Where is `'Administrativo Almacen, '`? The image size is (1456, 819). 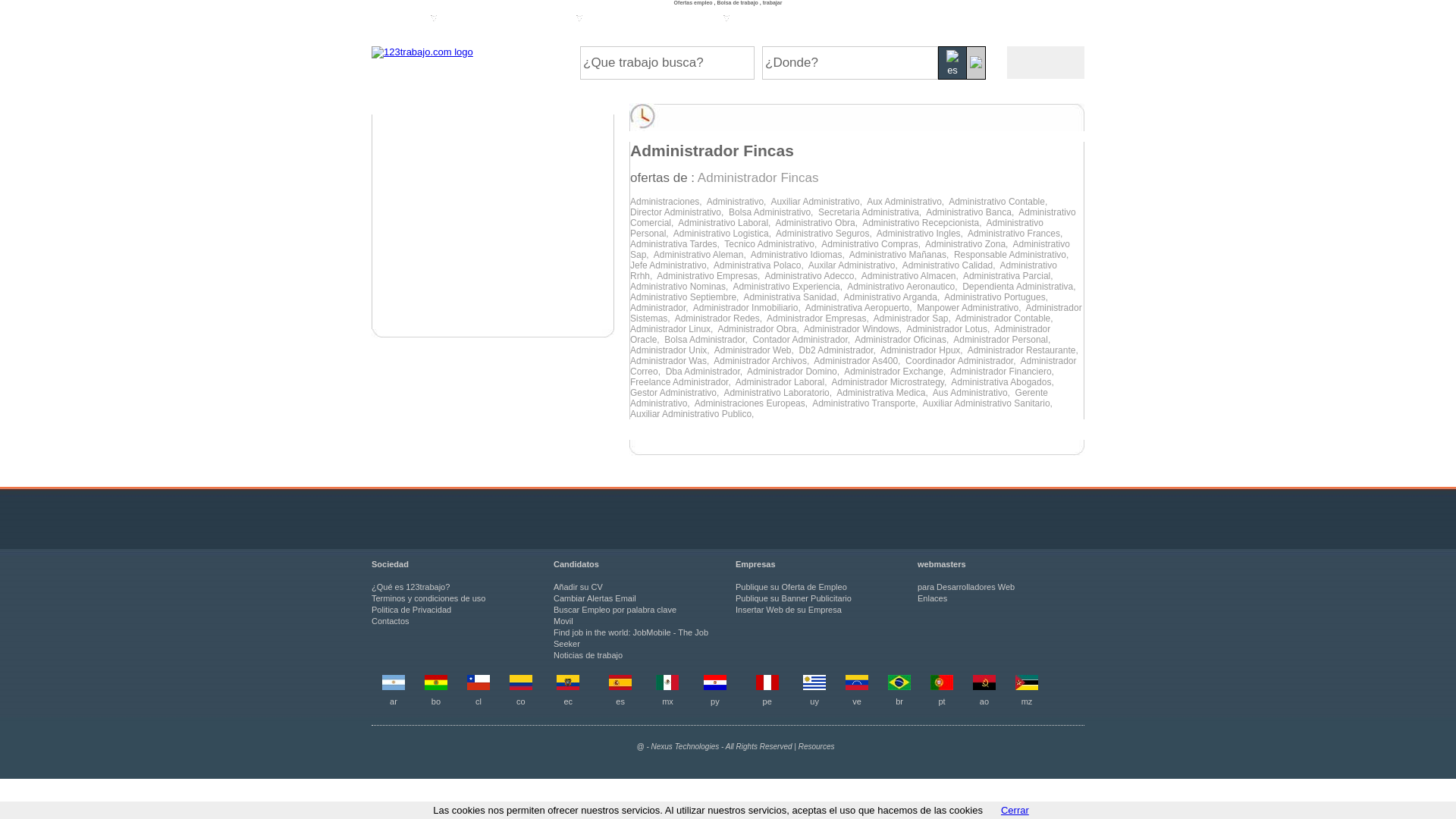
'Administrativo Almacen, ' is located at coordinates (912, 275).